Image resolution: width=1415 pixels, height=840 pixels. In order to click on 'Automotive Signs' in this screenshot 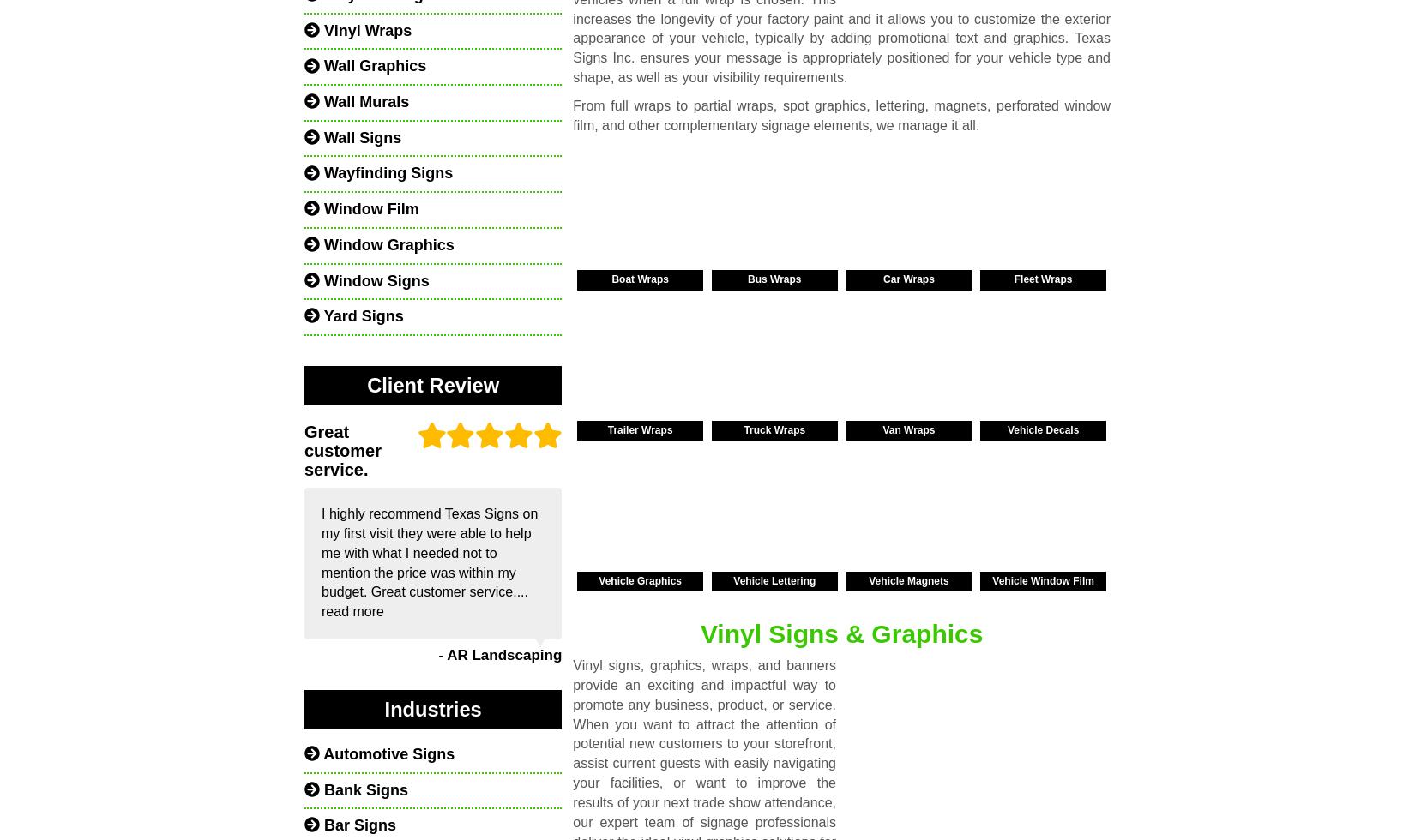, I will do `click(386, 753)`.